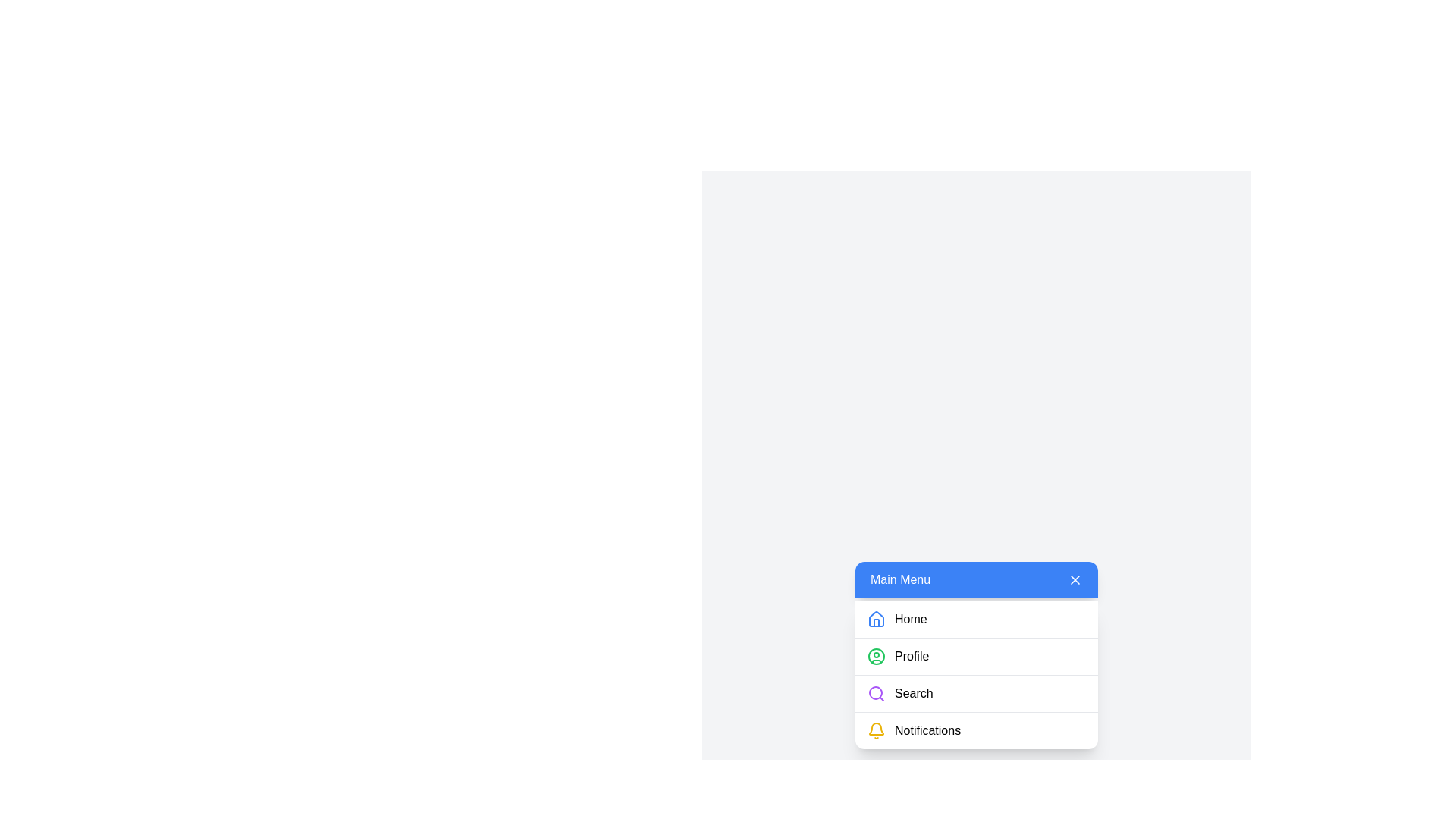 Image resolution: width=1456 pixels, height=819 pixels. I want to click on the 'Search' icon located in the third item of the vertical menu in the 'Main Menu', so click(877, 693).